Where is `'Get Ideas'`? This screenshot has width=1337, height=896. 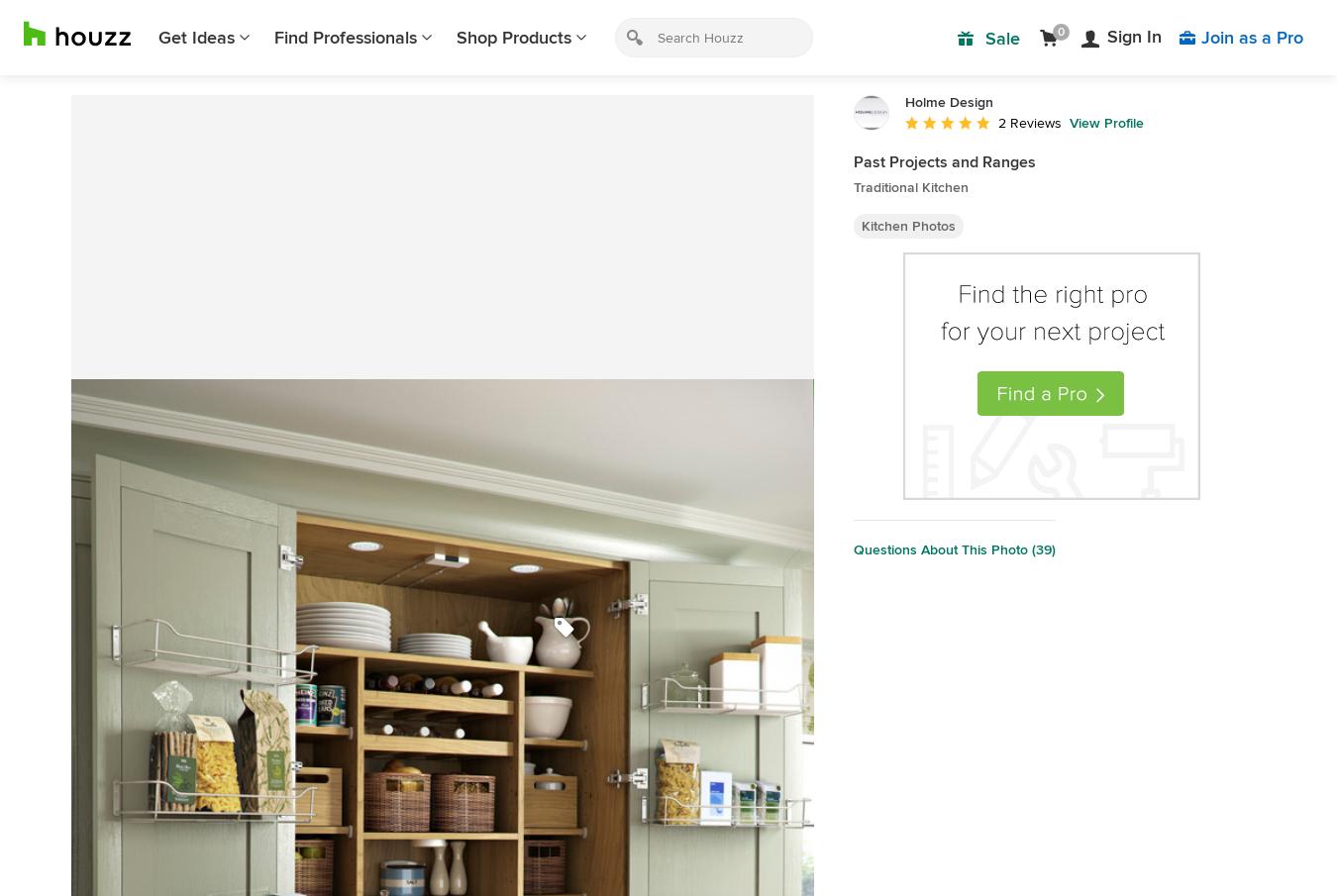
'Get Ideas' is located at coordinates (196, 37).